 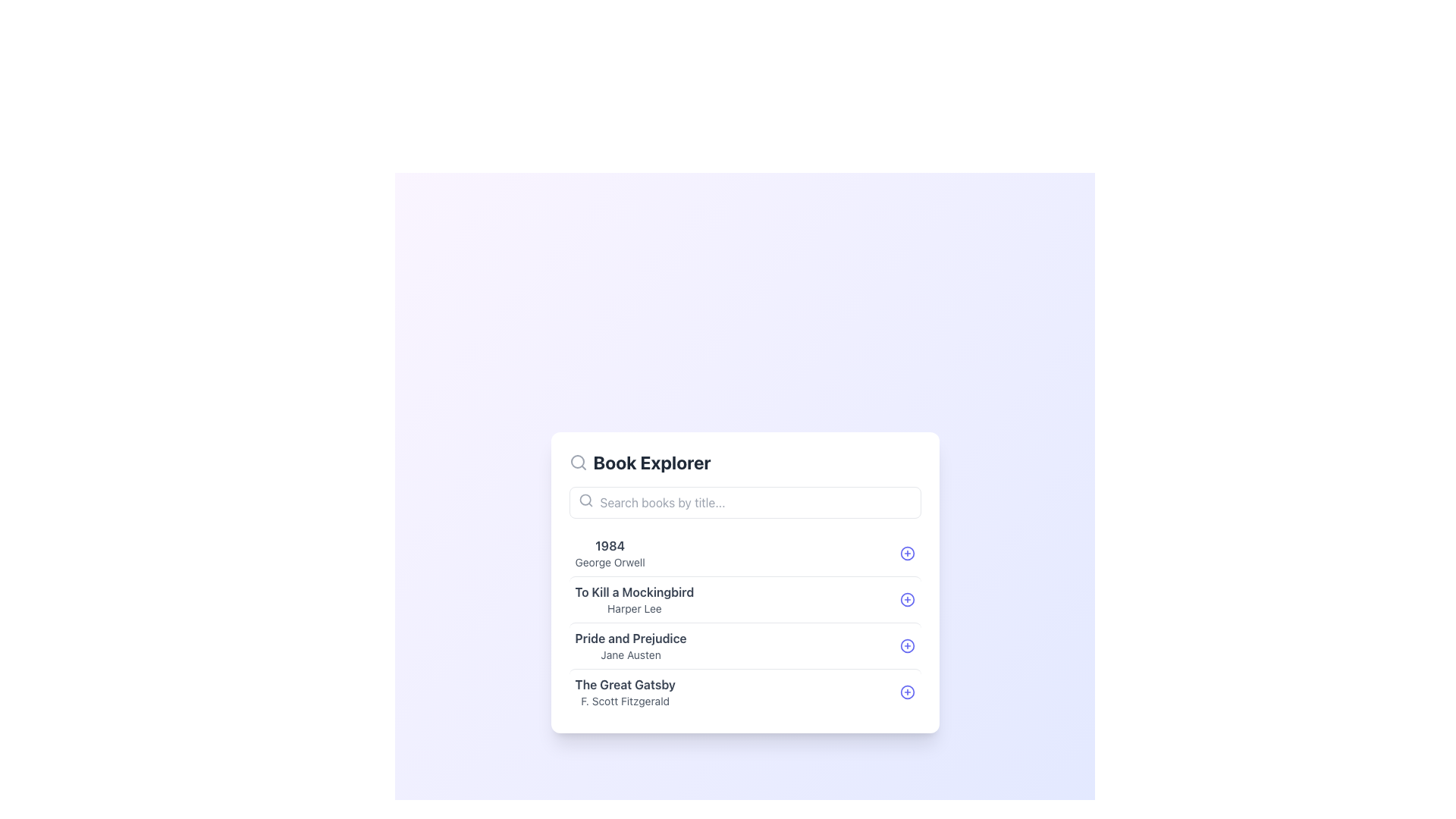 I want to click on text content of the book display located in the 'Book Explorer' panel, which is positioned second from the top, displaying information about a specific book, so click(x=634, y=598).